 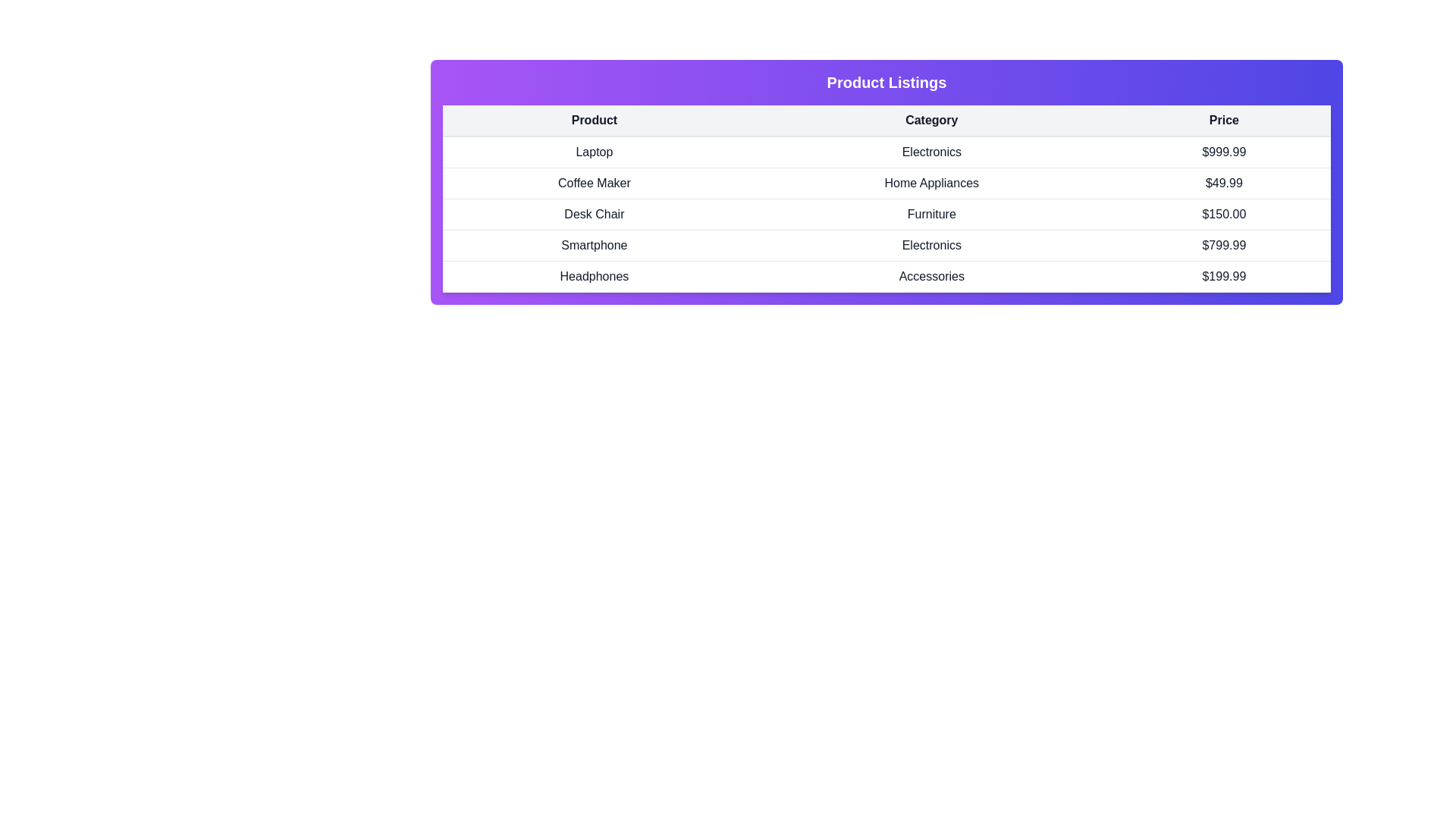 What do you see at coordinates (593, 152) in the screenshot?
I see `the text content of the 'Laptop' label in the 'Product' column of the first row of the table` at bounding box center [593, 152].